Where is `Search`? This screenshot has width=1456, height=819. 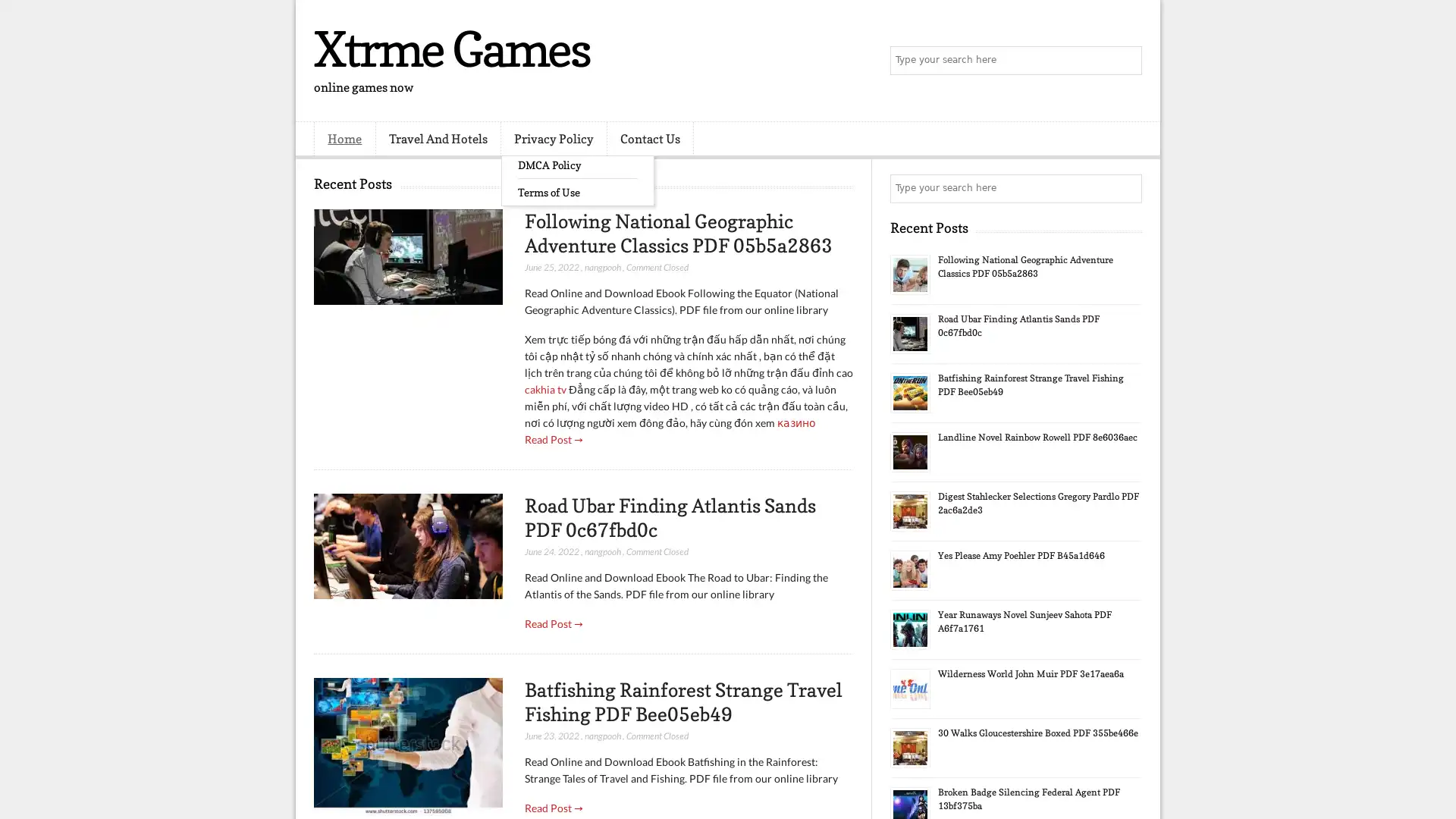 Search is located at coordinates (1126, 61).